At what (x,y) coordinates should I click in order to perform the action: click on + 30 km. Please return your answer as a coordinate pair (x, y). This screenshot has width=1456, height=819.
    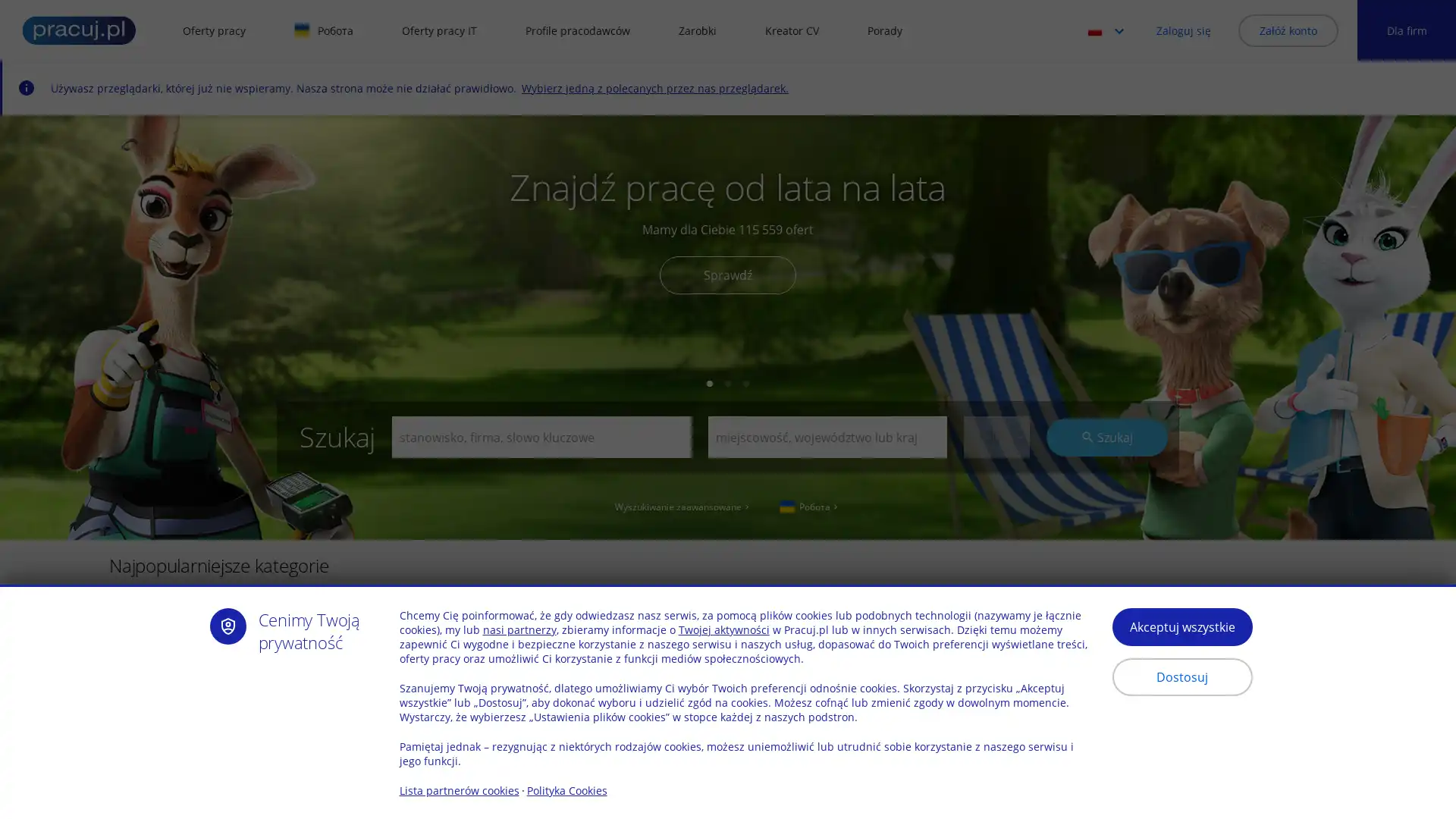
    Looking at the image, I should click on (996, 604).